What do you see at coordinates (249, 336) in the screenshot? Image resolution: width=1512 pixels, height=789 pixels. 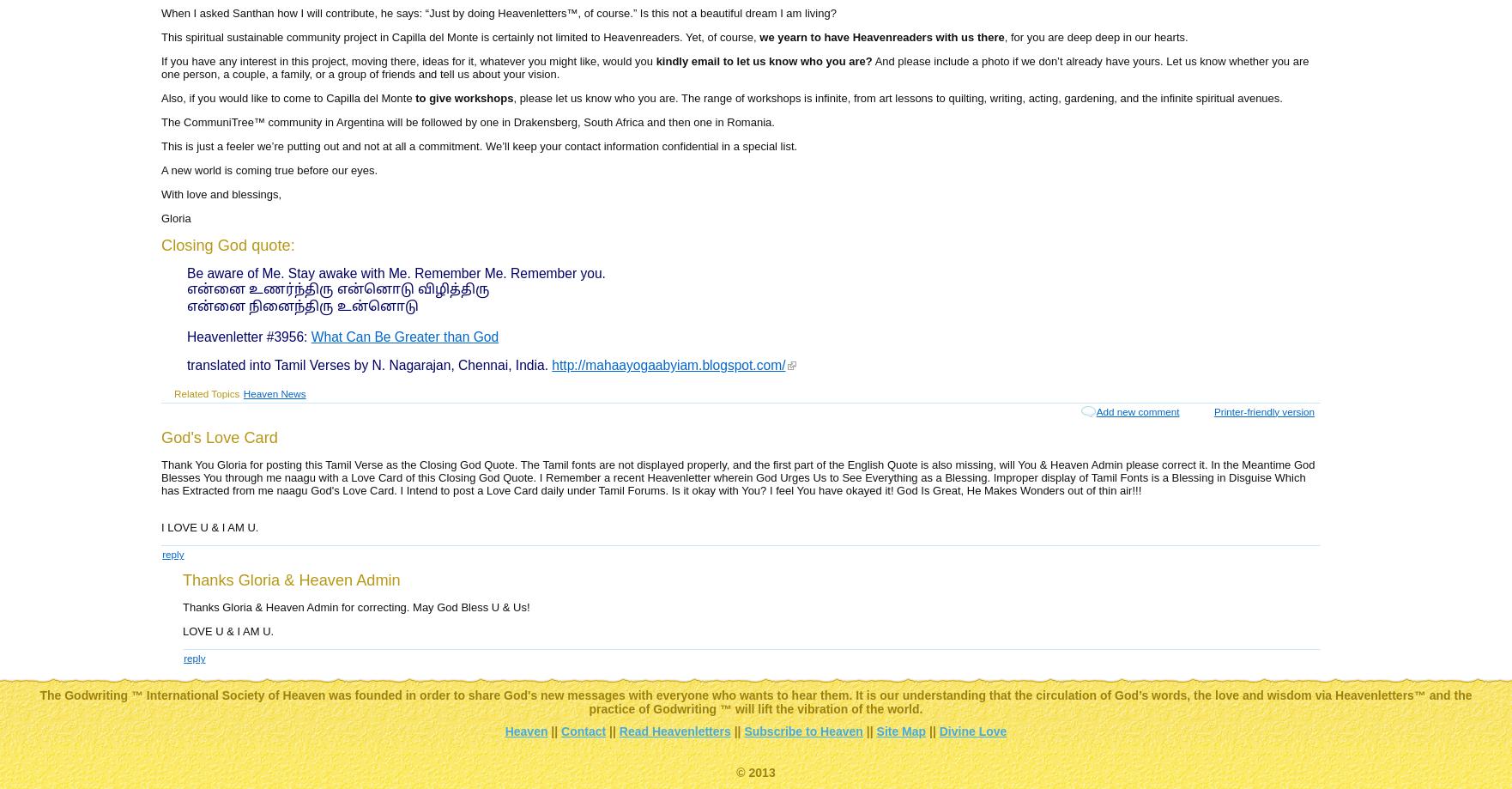 I see `'Heavenletter #3956:'` at bounding box center [249, 336].